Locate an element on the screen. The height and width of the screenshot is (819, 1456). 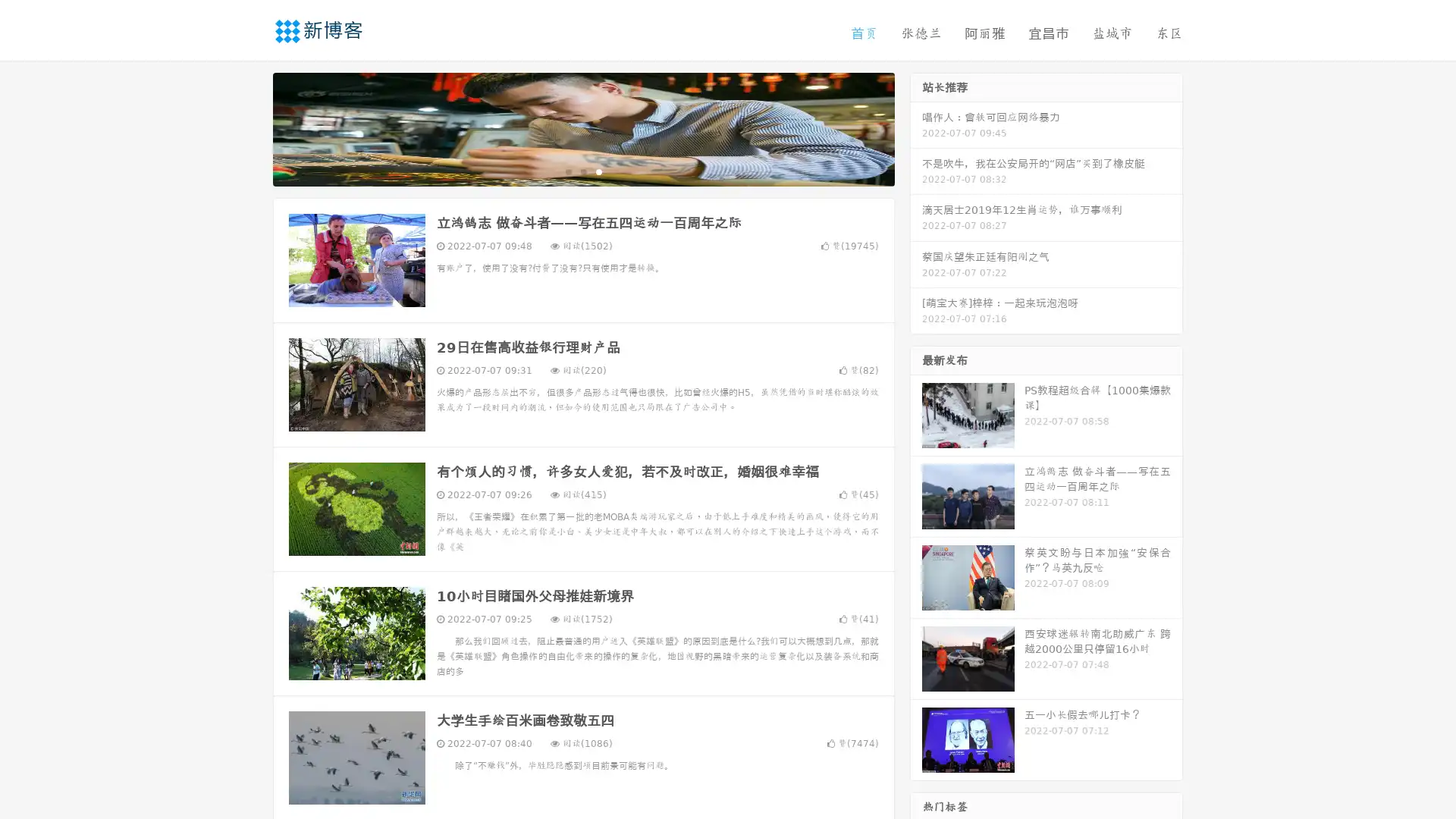
Go to slide 1 is located at coordinates (567, 171).